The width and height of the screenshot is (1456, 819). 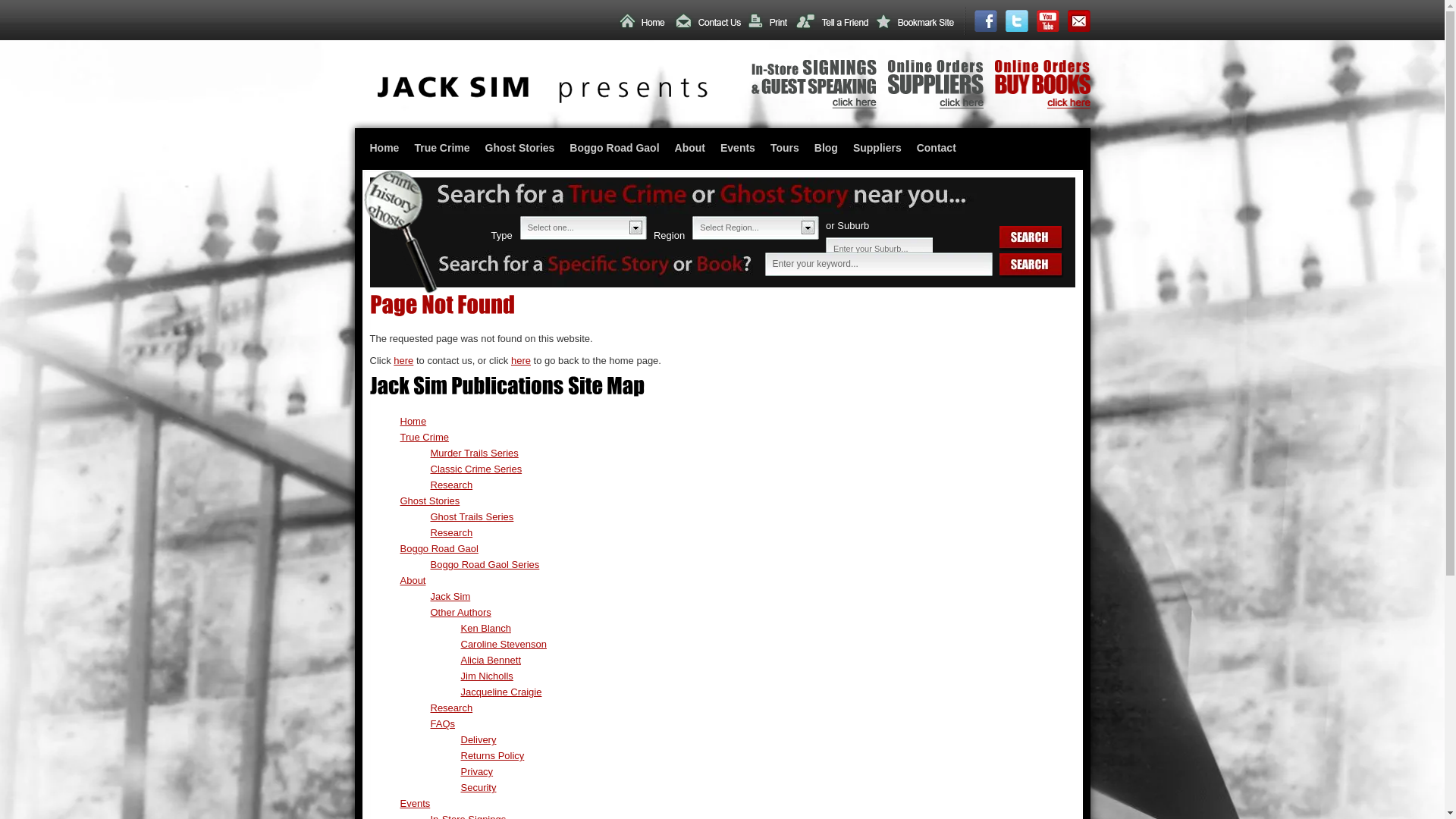 What do you see at coordinates (450, 532) in the screenshot?
I see `'Research'` at bounding box center [450, 532].